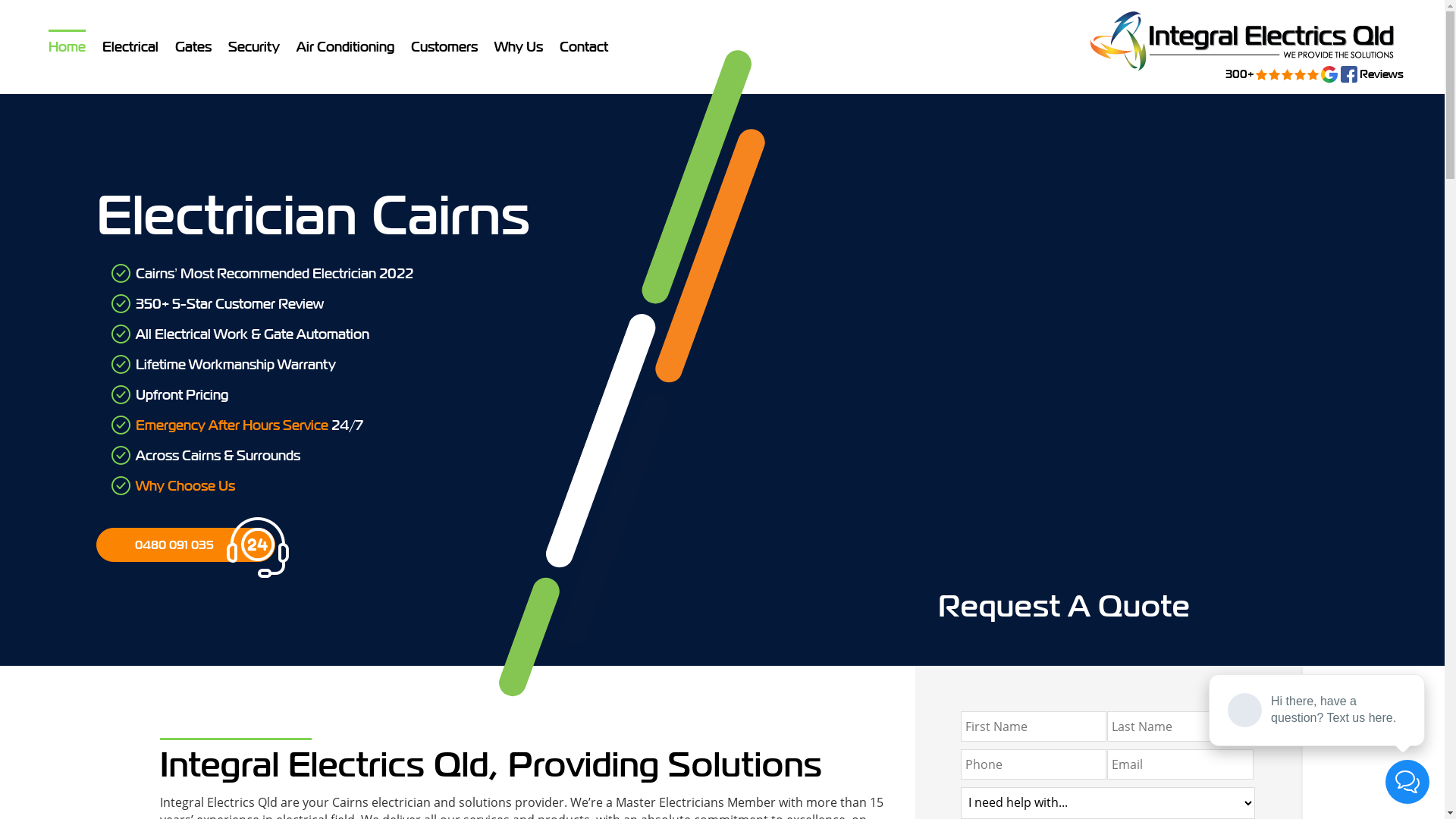  Describe the element at coordinates (130, 45) in the screenshot. I see `'Electrical'` at that location.